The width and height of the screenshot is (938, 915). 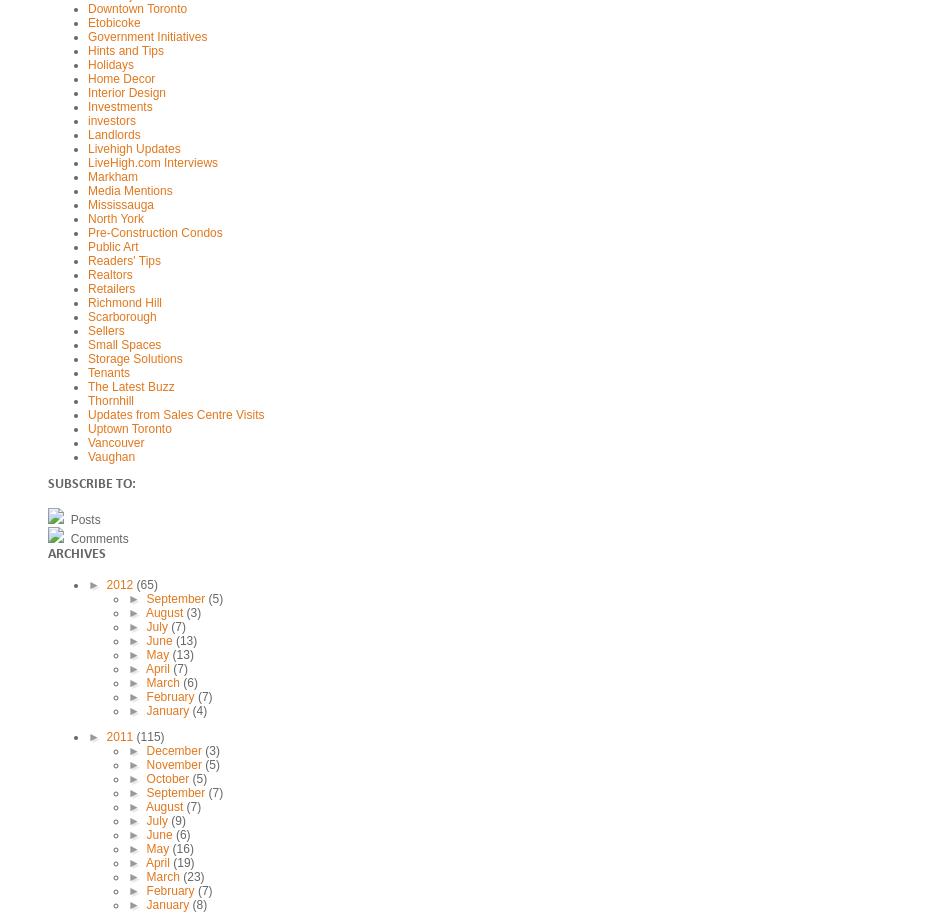 What do you see at coordinates (128, 428) in the screenshot?
I see `'Uptown Toronto'` at bounding box center [128, 428].